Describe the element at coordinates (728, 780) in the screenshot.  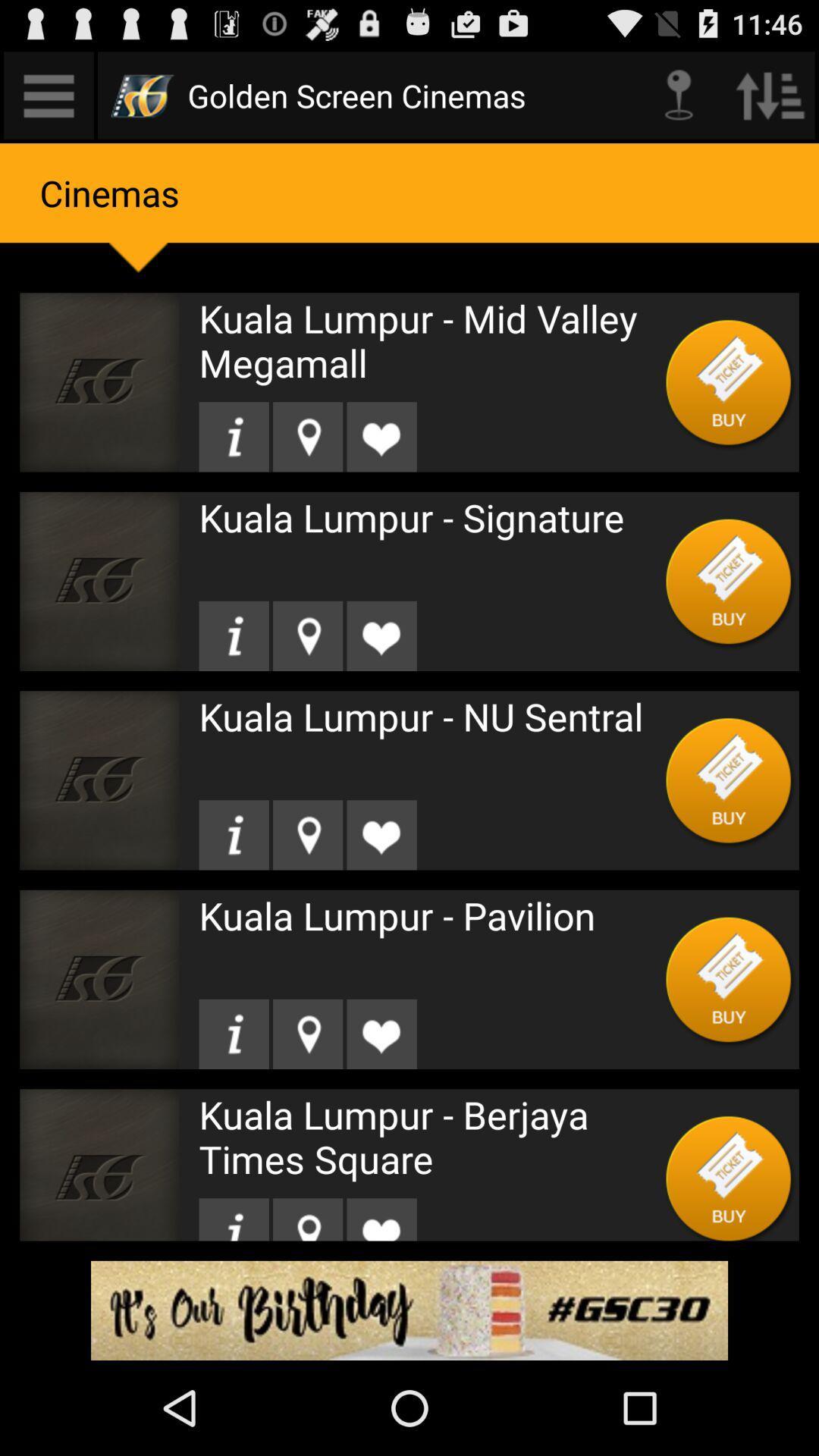
I see `purchase` at that location.